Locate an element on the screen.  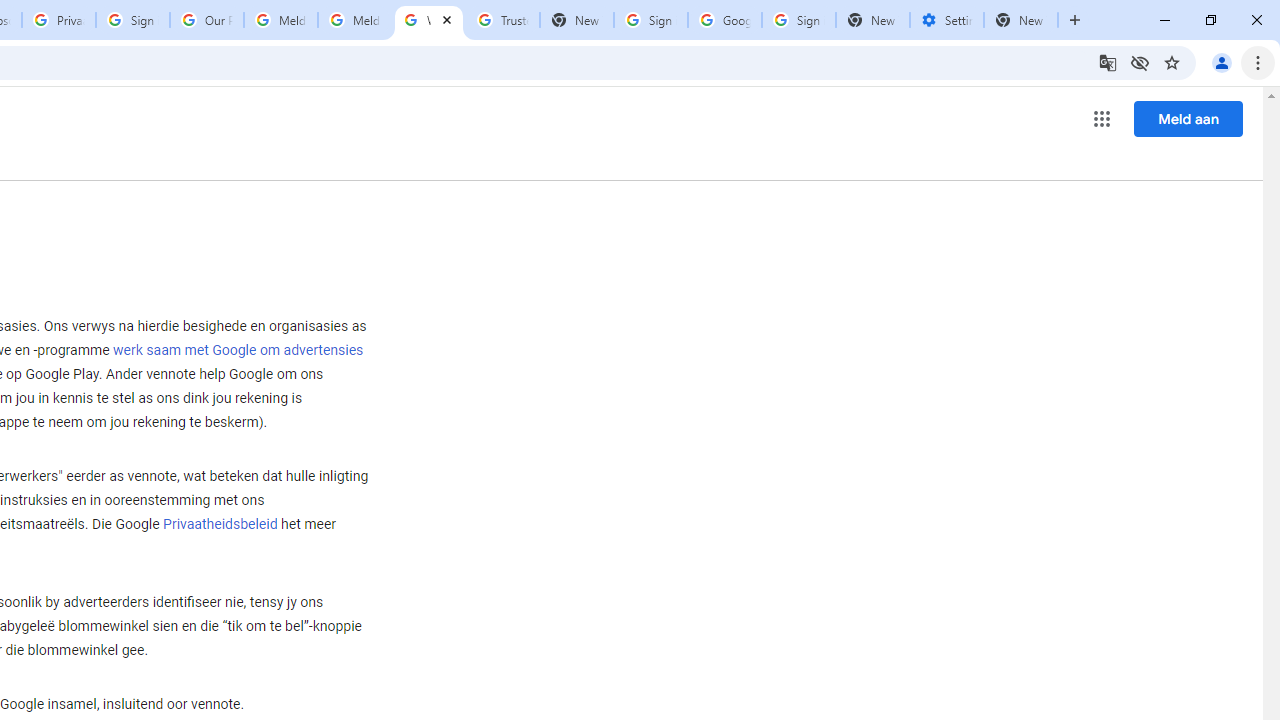
'Meld aan' is located at coordinates (1188, 118).